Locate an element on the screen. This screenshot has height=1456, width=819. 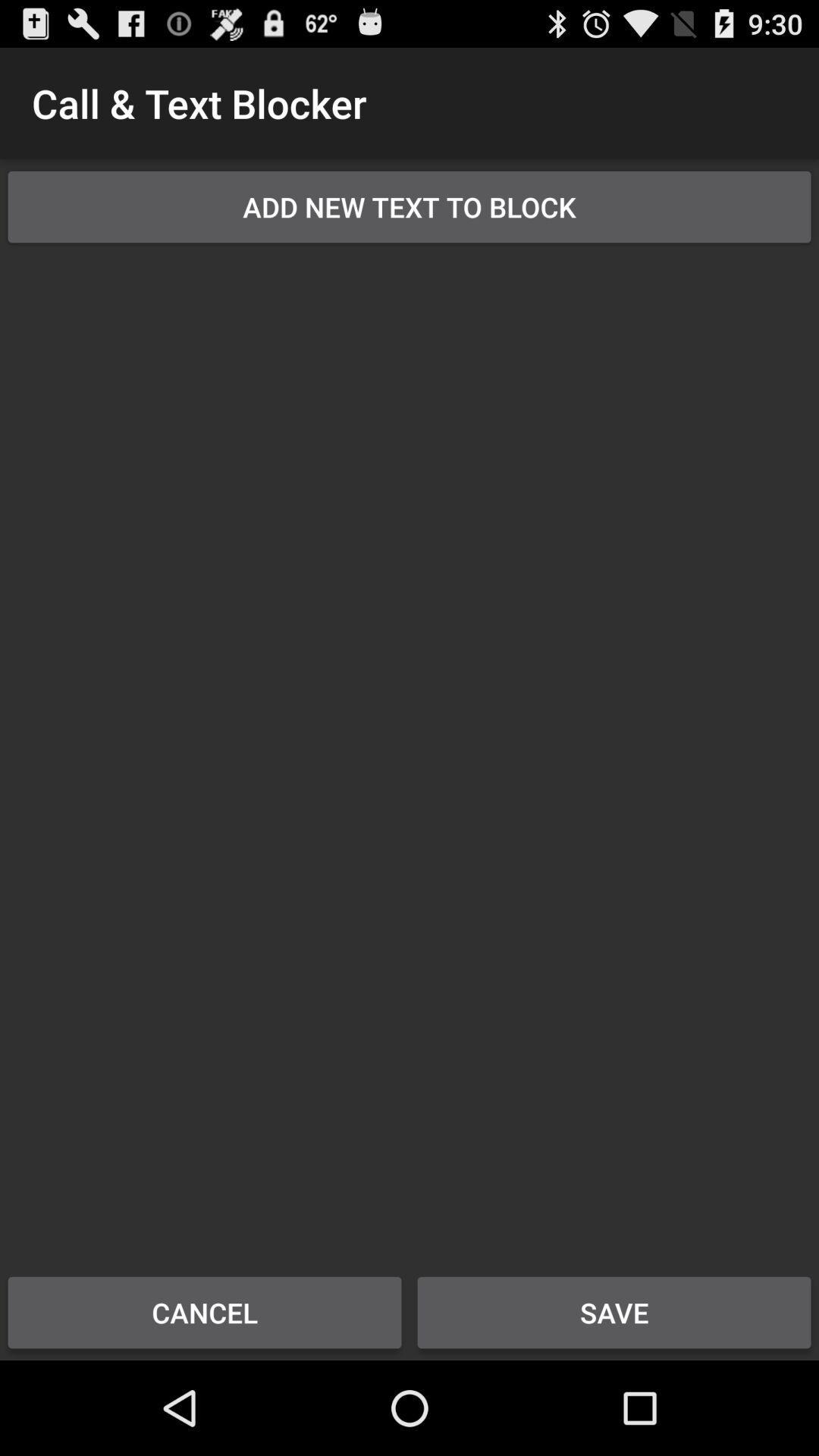
the item at the center is located at coordinates (409, 749).